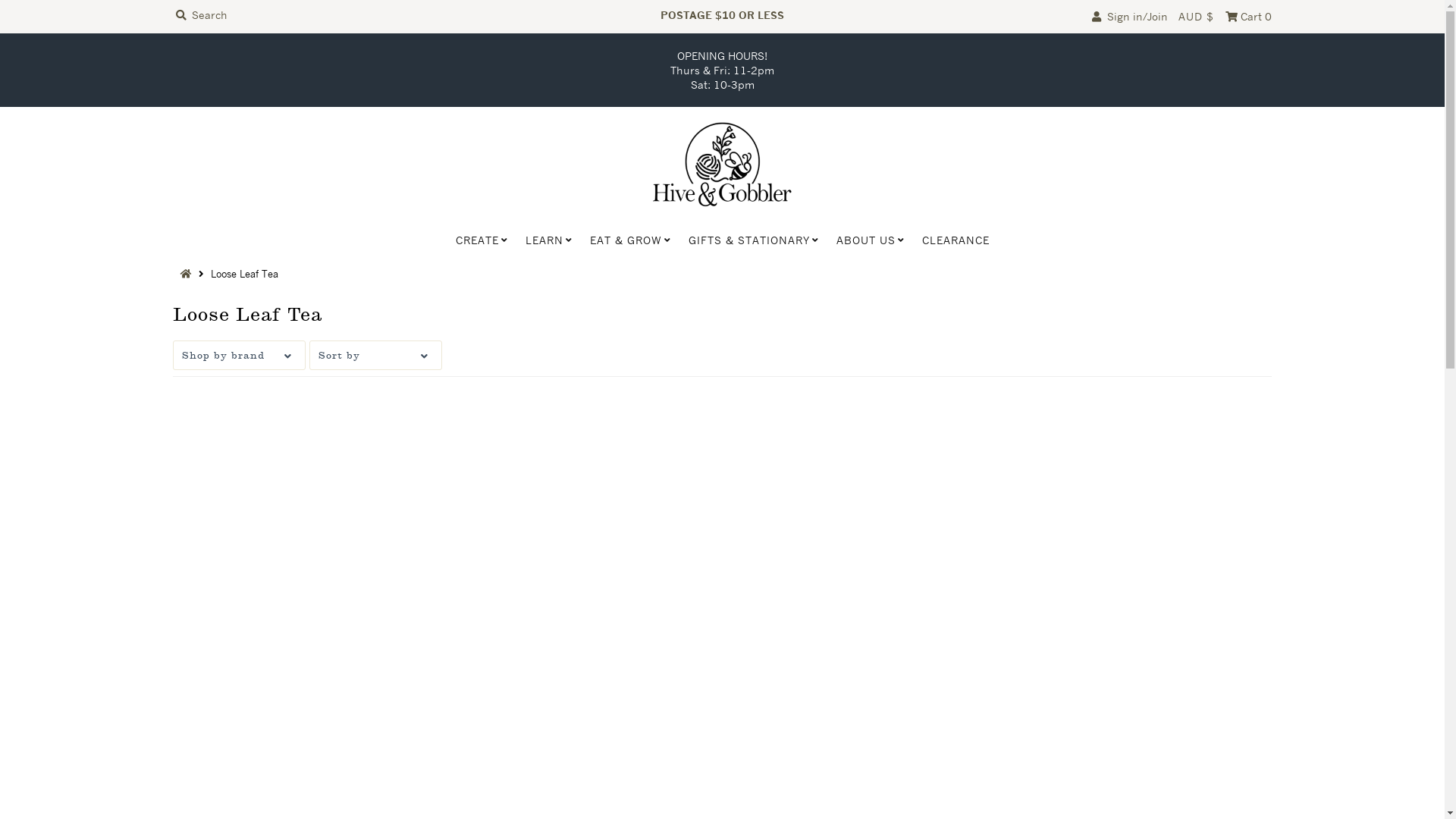 Image resolution: width=1456 pixels, height=819 pixels. Describe the element at coordinates (476, 239) in the screenshot. I see `'CREATE'` at that location.